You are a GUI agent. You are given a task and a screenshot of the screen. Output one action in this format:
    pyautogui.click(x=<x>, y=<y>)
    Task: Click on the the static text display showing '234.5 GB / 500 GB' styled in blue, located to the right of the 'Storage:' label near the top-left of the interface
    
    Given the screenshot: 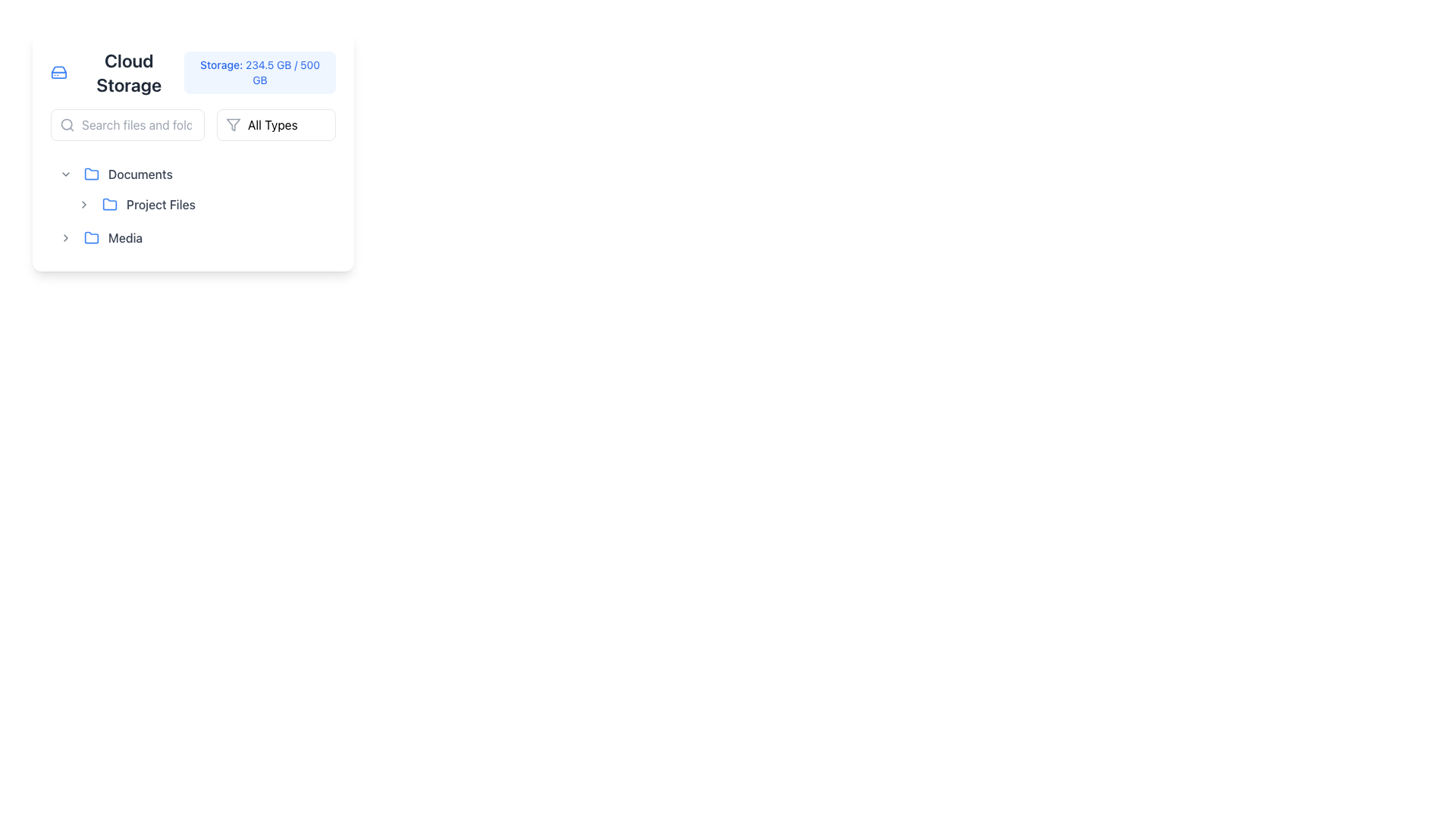 What is the action you would take?
    pyautogui.click(x=283, y=72)
    